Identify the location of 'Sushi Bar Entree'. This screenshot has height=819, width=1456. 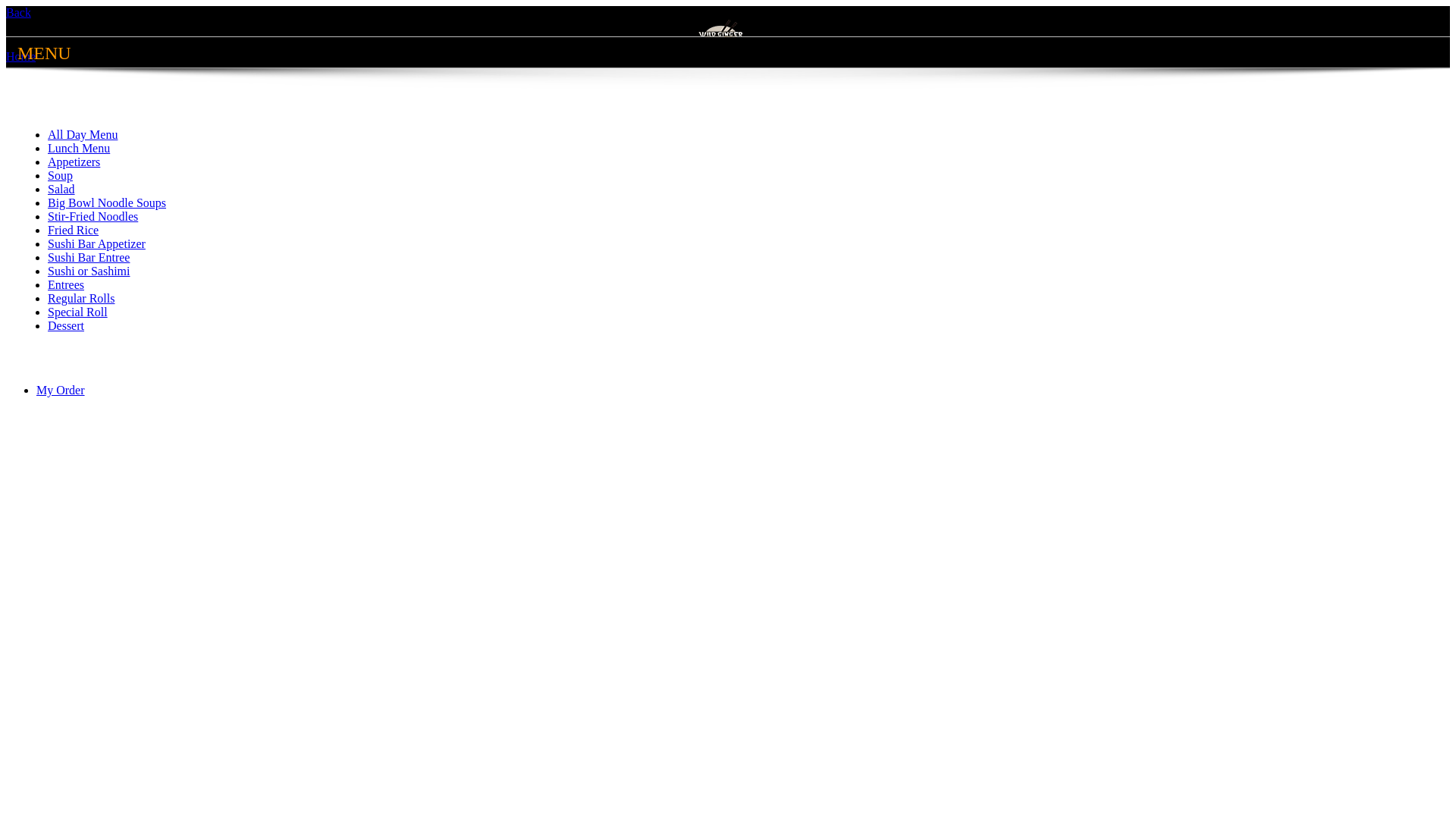
(87, 256).